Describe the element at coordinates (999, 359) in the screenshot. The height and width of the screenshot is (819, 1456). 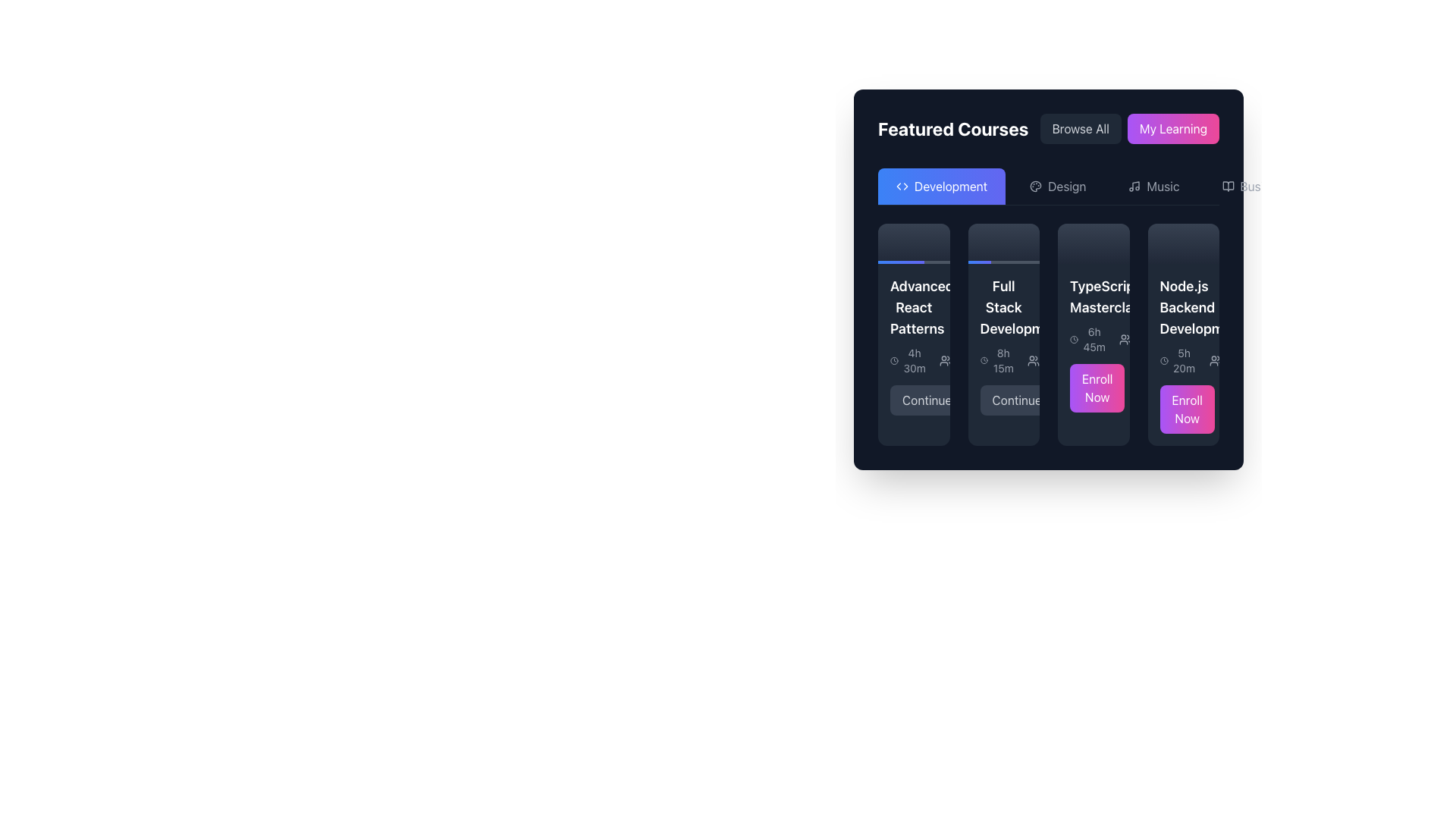
I see `the star SVG icon in the 'Featured Courses' section under the 'Full Stack Development' card` at that location.